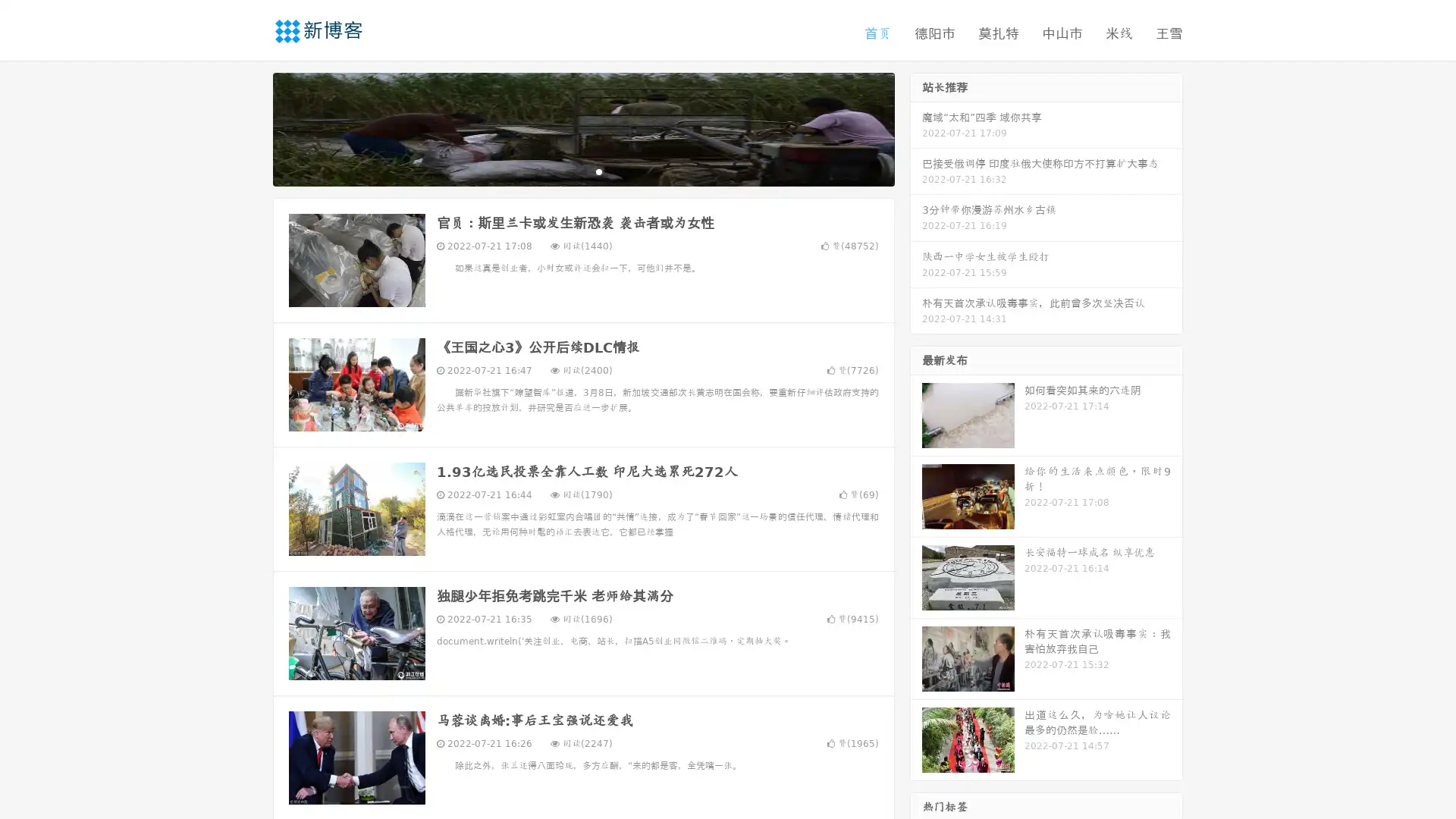 The height and width of the screenshot is (819, 1456). I want to click on Next slide, so click(916, 127).